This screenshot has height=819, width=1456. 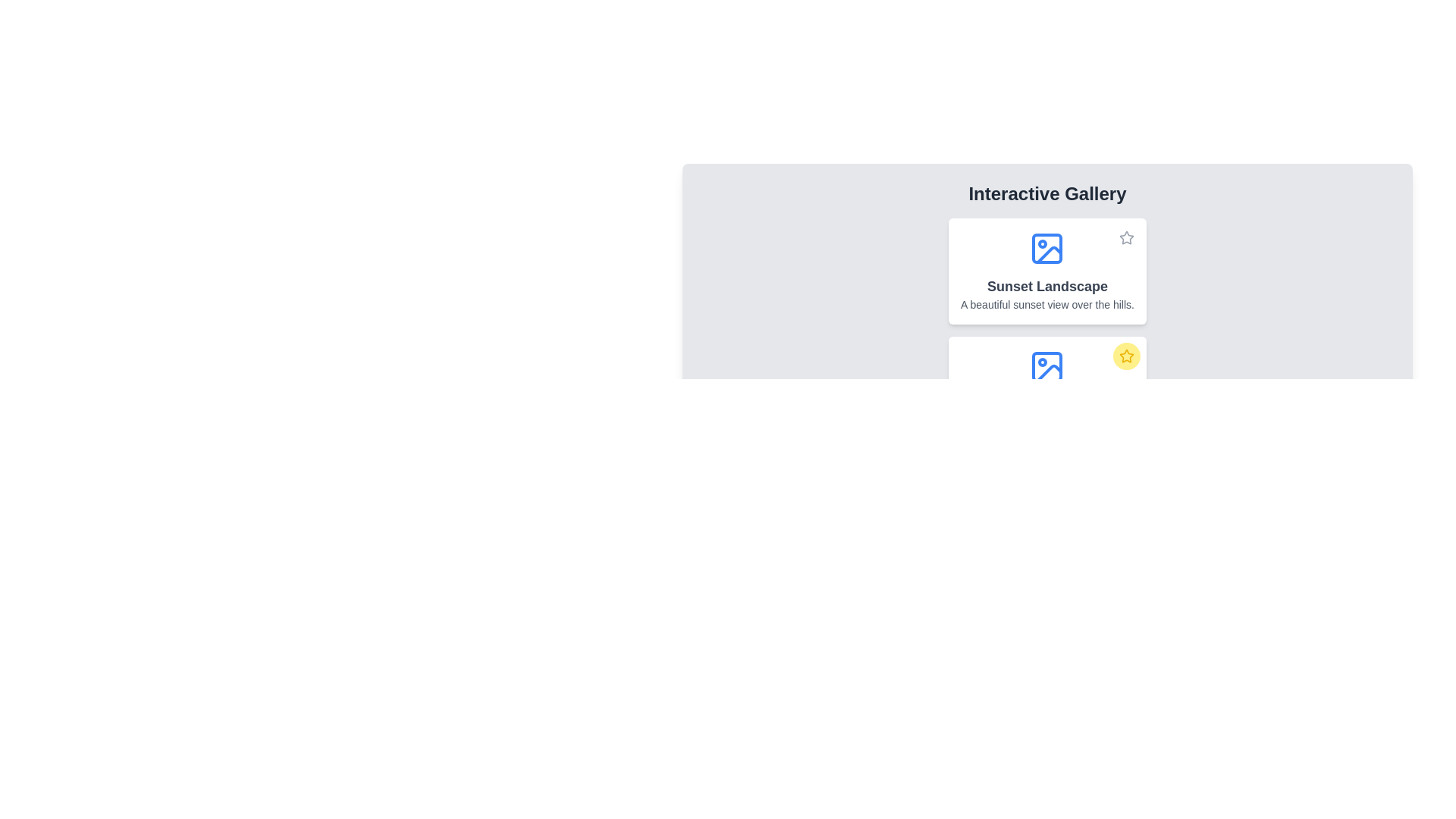 What do you see at coordinates (1046, 366) in the screenshot?
I see `the SVG-based picture frame icon with a mountain and sun design located at the upper left corner of the card above the text 'Misty Forest'` at bounding box center [1046, 366].